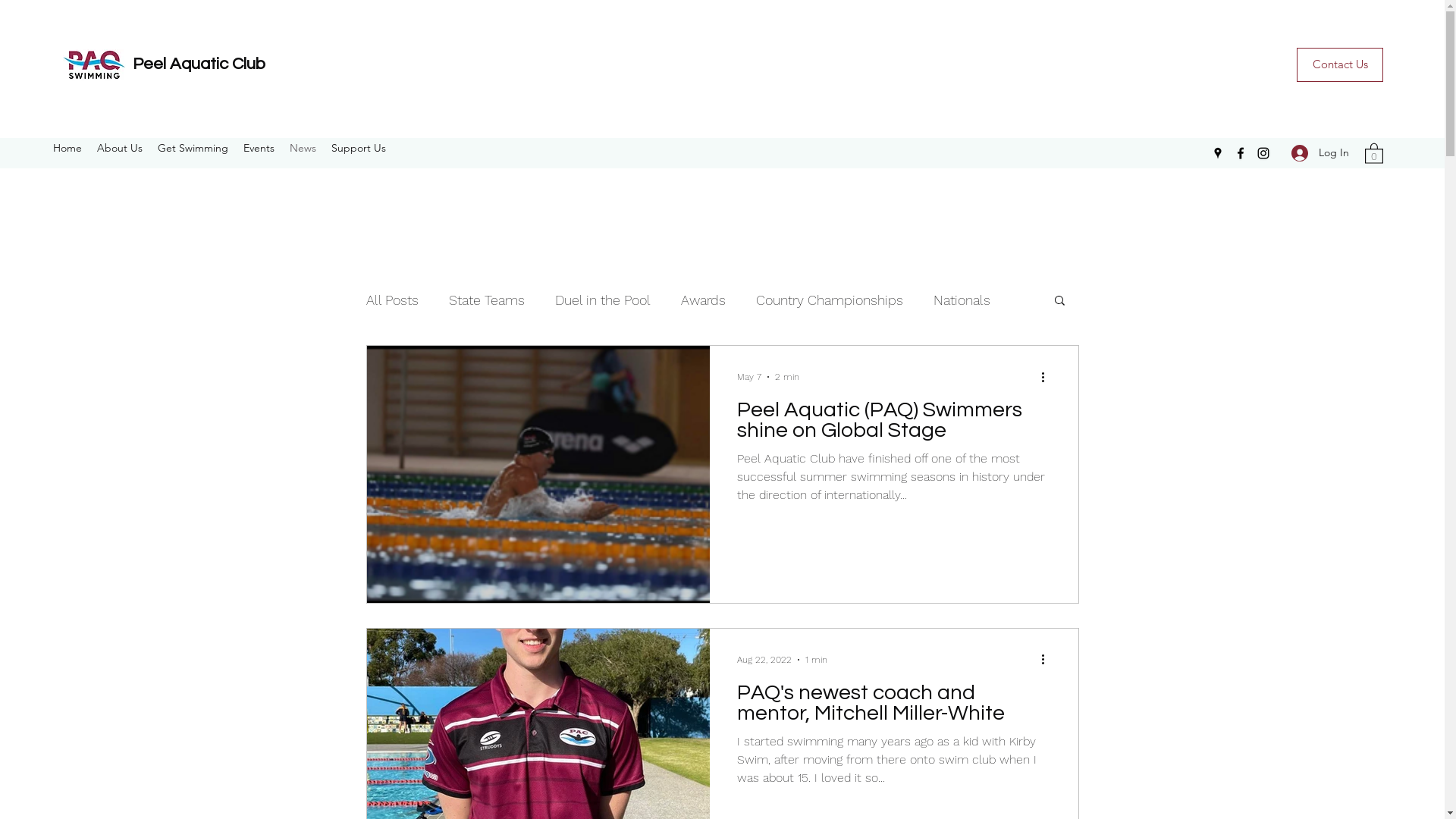 The height and width of the screenshot is (819, 1456). I want to click on 'Contact Us', so click(1339, 64).